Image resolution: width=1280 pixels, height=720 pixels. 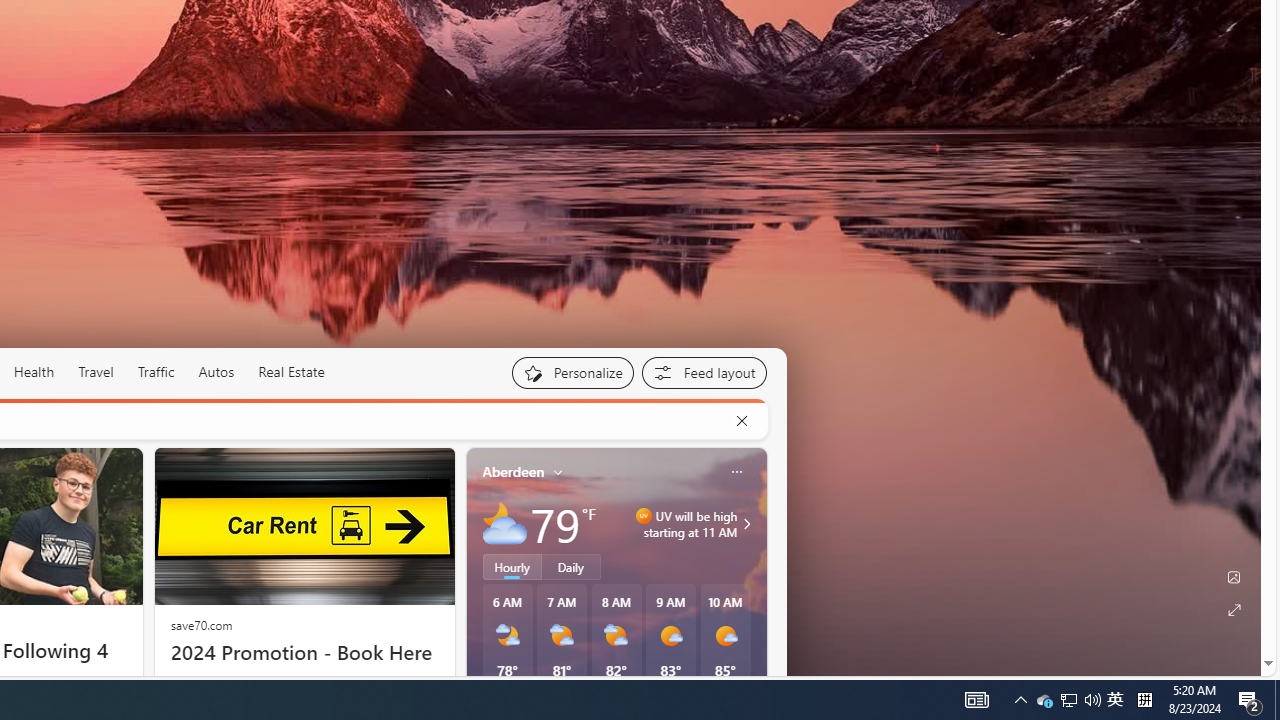 What do you see at coordinates (303, 653) in the screenshot?
I see `'2024 Promotion - Book Here'` at bounding box center [303, 653].